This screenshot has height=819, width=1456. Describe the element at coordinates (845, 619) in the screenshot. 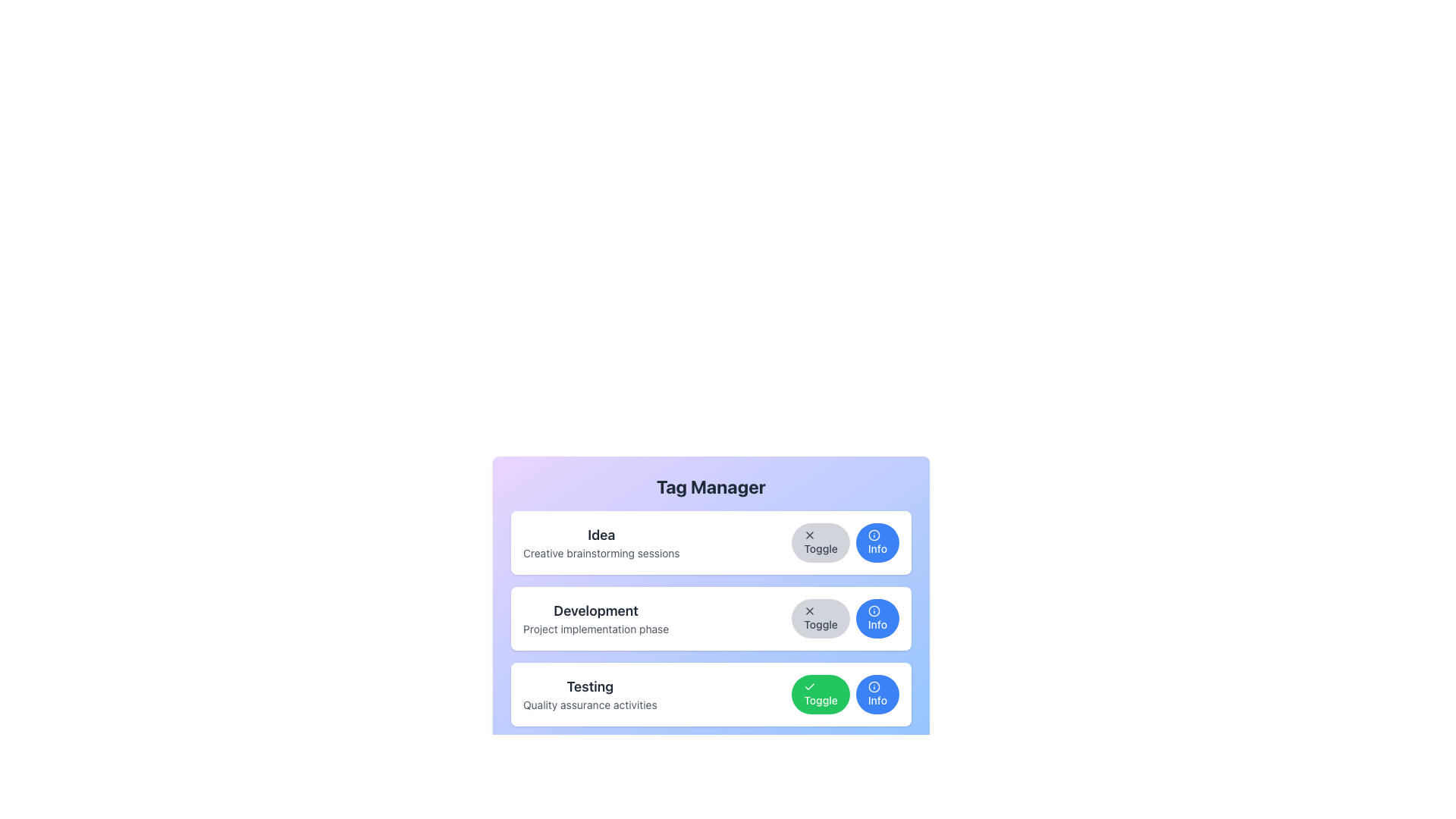

I see `the buttons in the 'Development' button group, which includes a 'Toggle' button and an 'Info' button` at that location.